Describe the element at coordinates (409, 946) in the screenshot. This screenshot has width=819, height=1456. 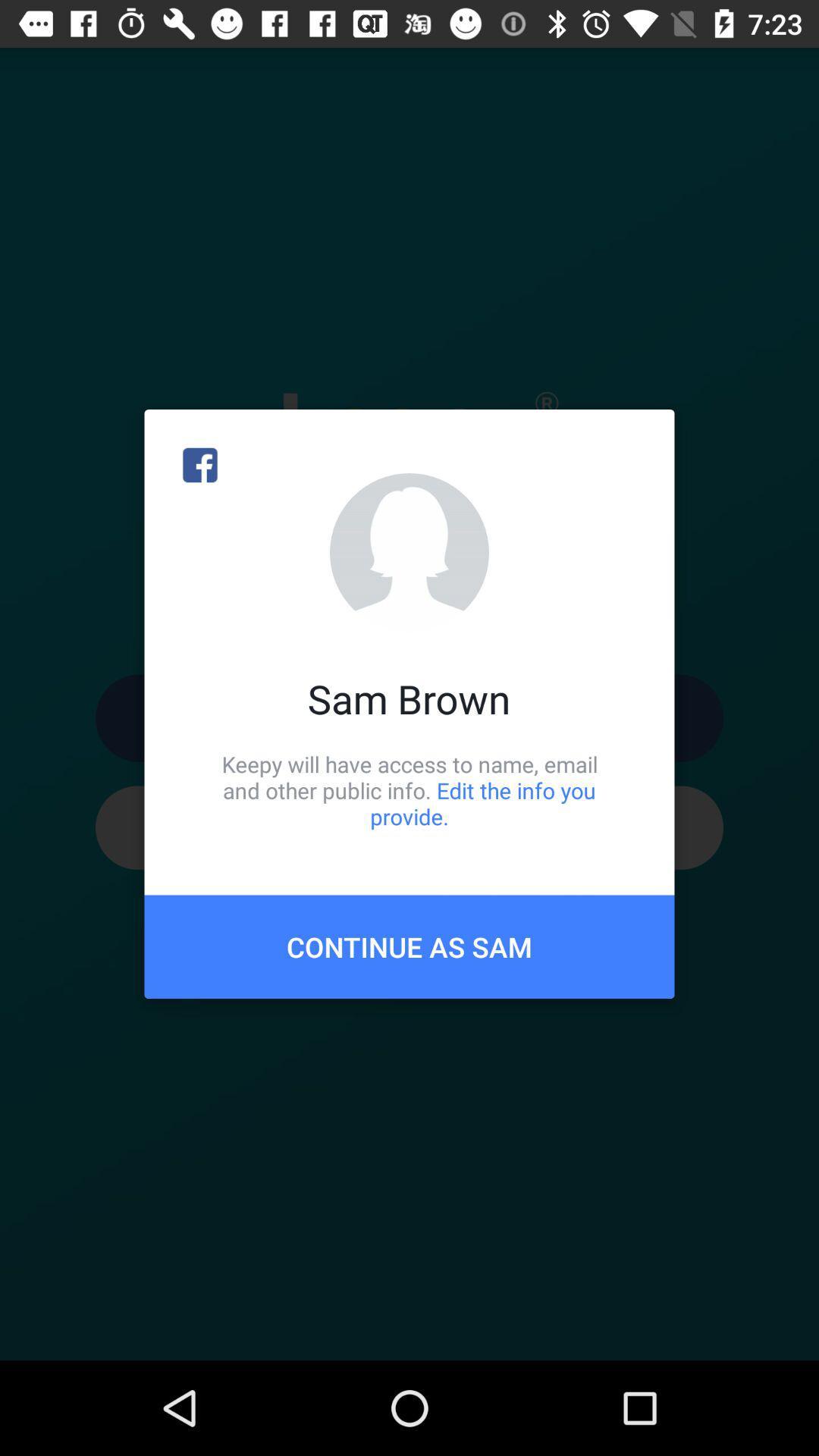
I see `continue as sam item` at that location.